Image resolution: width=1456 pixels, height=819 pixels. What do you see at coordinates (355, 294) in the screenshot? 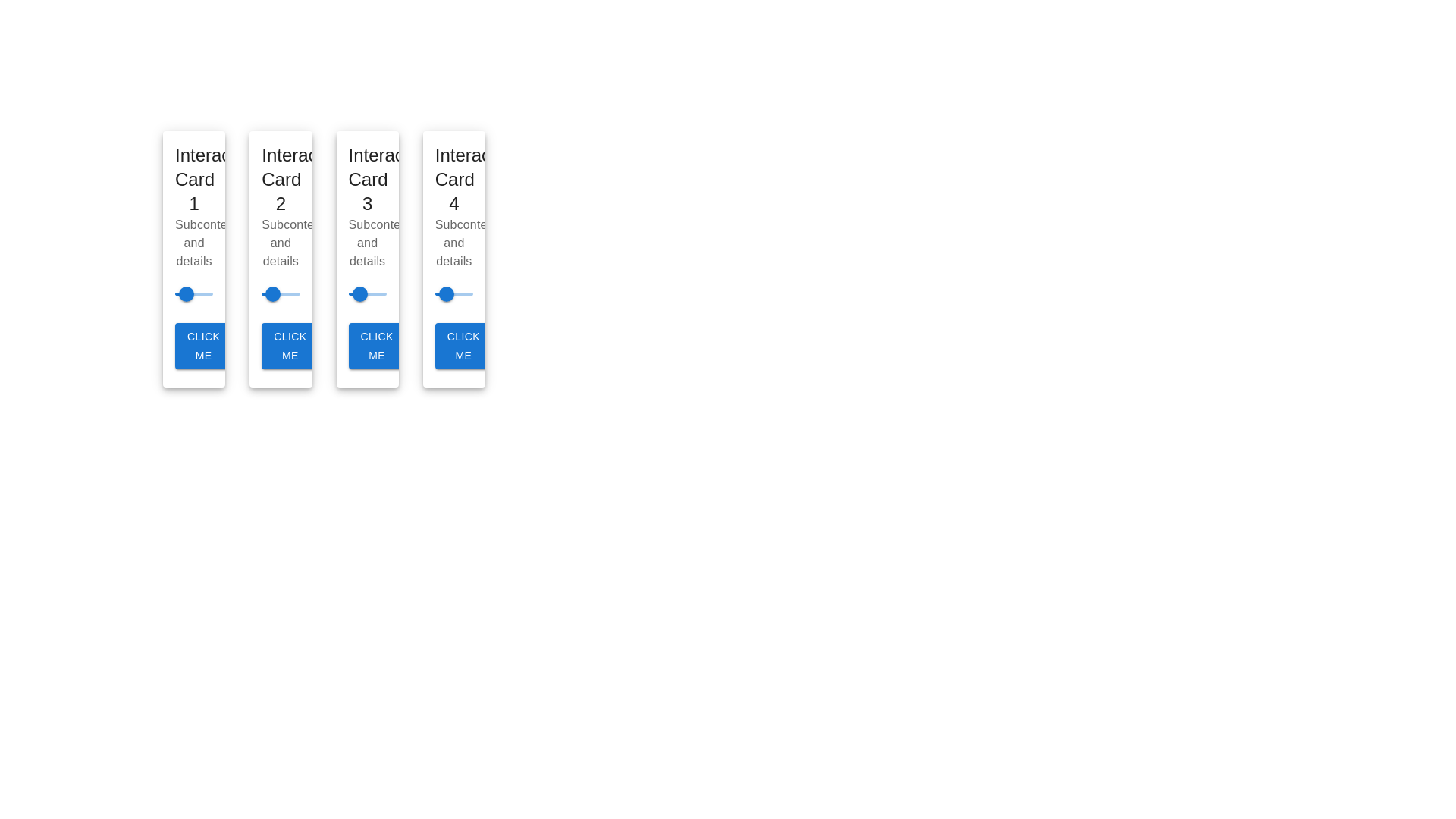
I see `the slider's value` at bounding box center [355, 294].